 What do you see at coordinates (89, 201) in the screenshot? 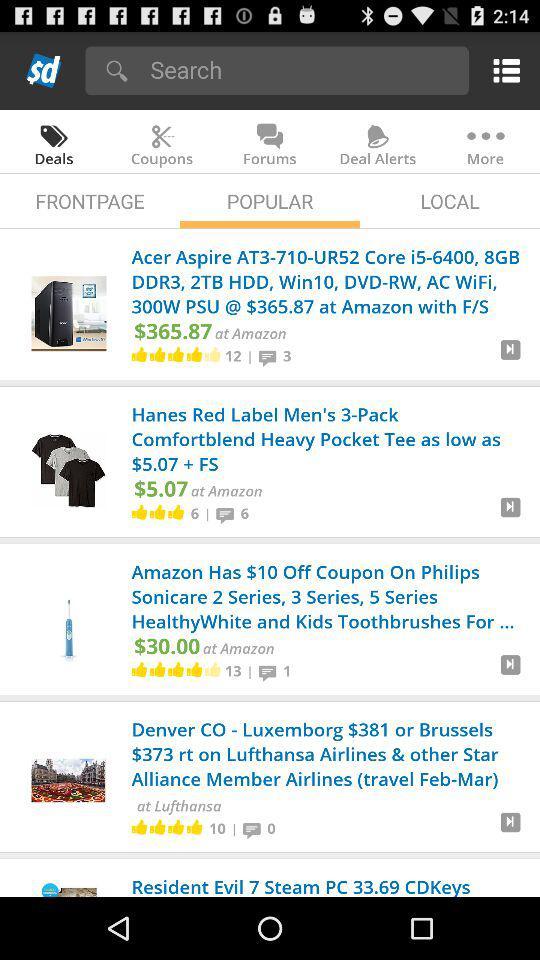
I see `app to the left of the popular app` at bounding box center [89, 201].